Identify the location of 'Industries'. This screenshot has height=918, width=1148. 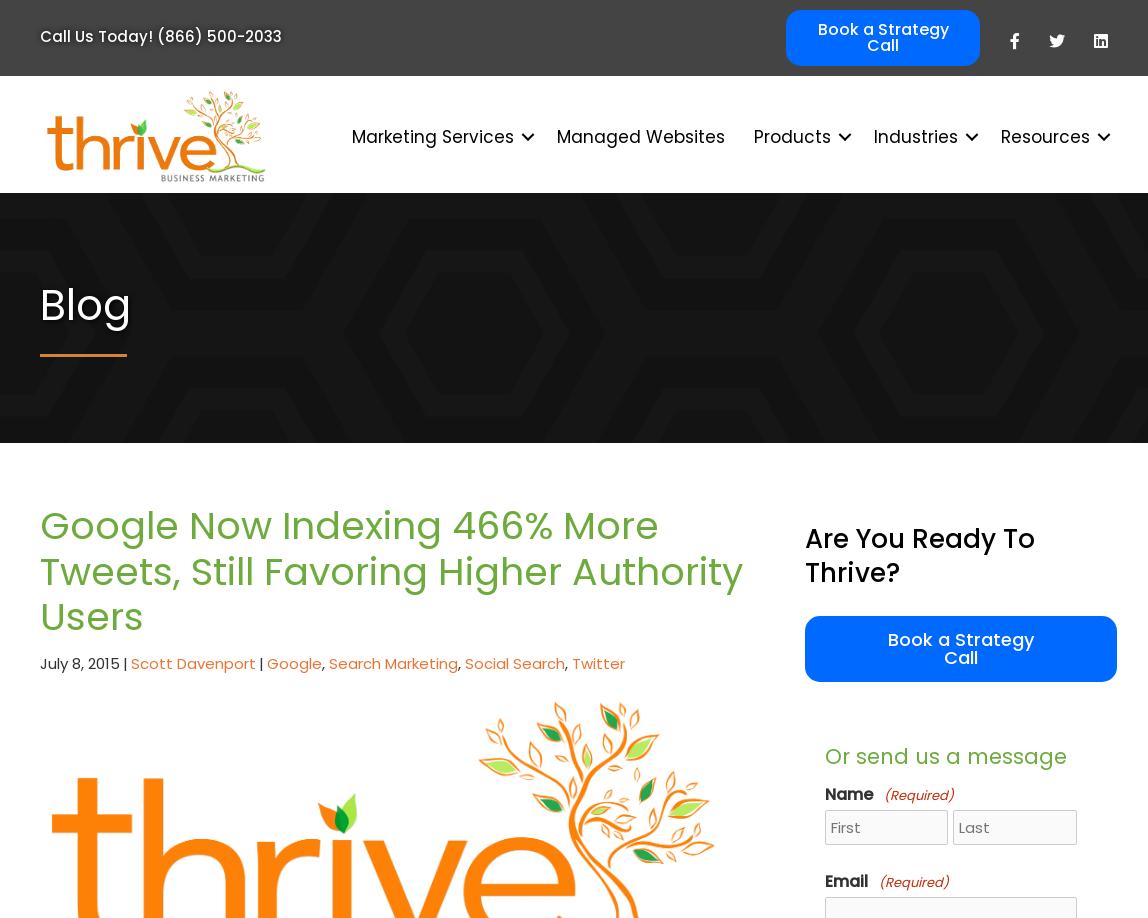
(873, 135).